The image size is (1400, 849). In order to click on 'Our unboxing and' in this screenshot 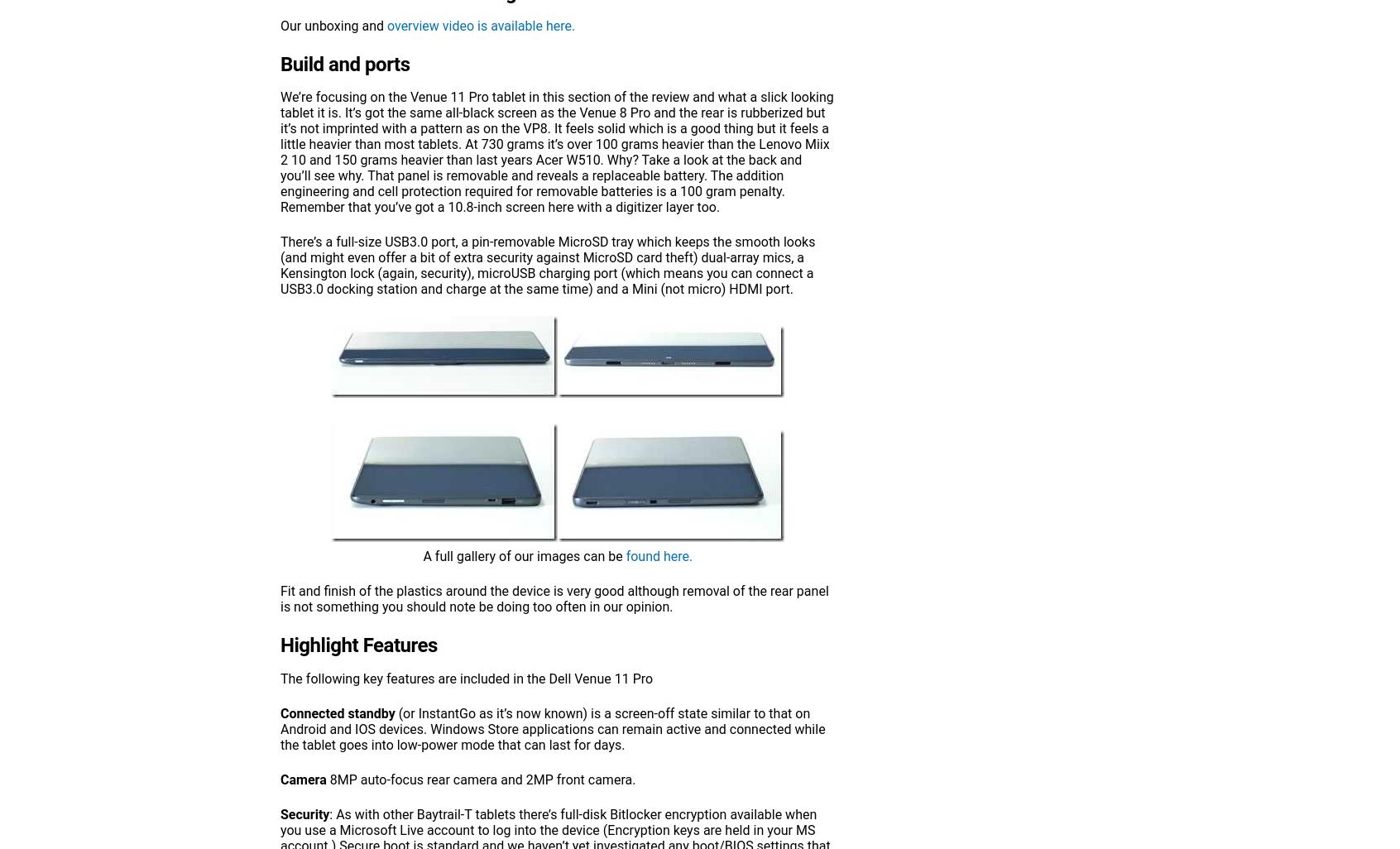, I will do `click(333, 25)`.